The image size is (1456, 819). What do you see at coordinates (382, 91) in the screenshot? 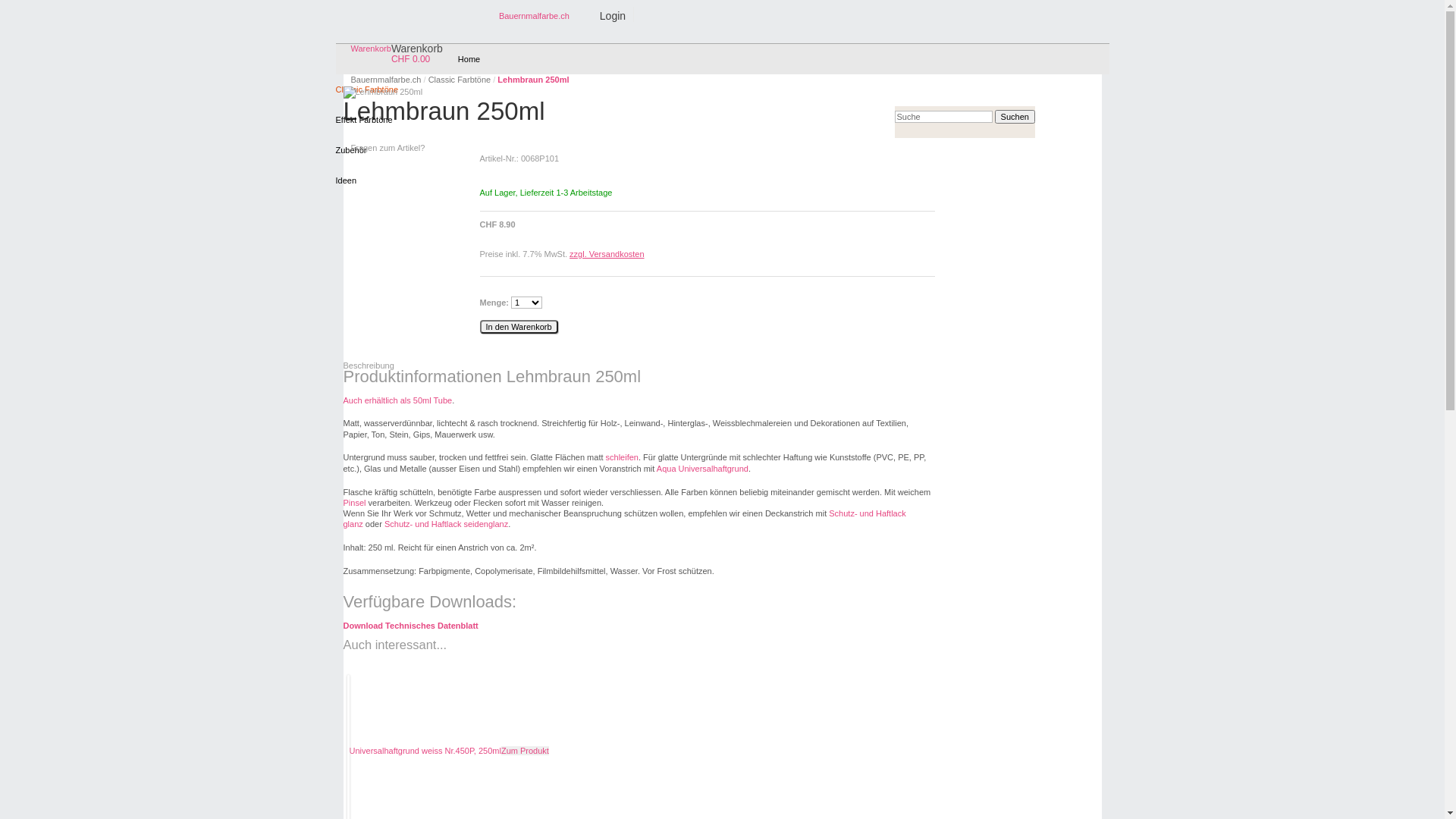
I see `'Lehmbraun 250ml'` at bounding box center [382, 91].